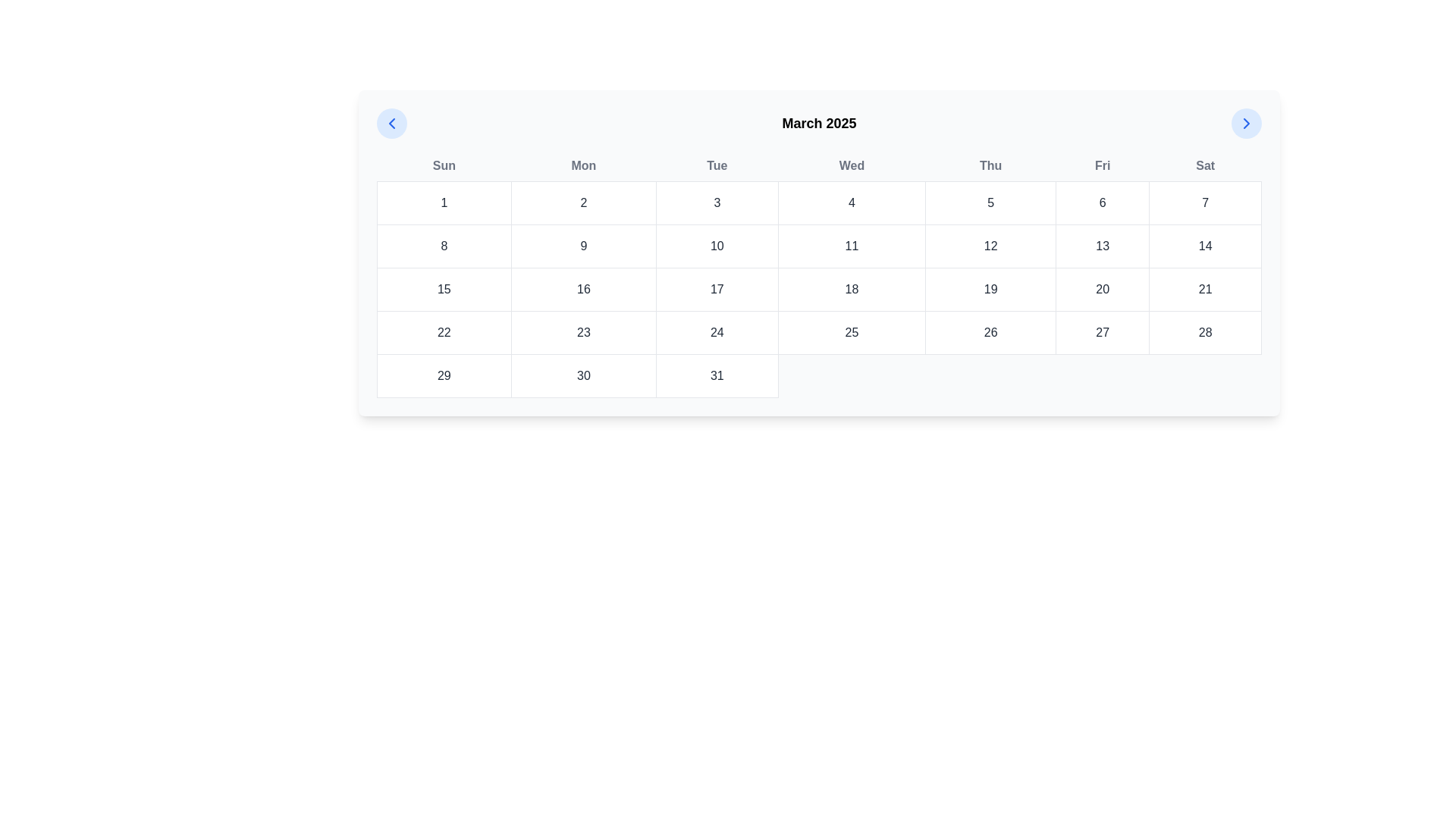 The width and height of the screenshot is (1456, 819). Describe the element at coordinates (716, 166) in the screenshot. I see `the text label displaying 'Tue' in the calendar header, which is the third label in the sequence of day names` at that location.